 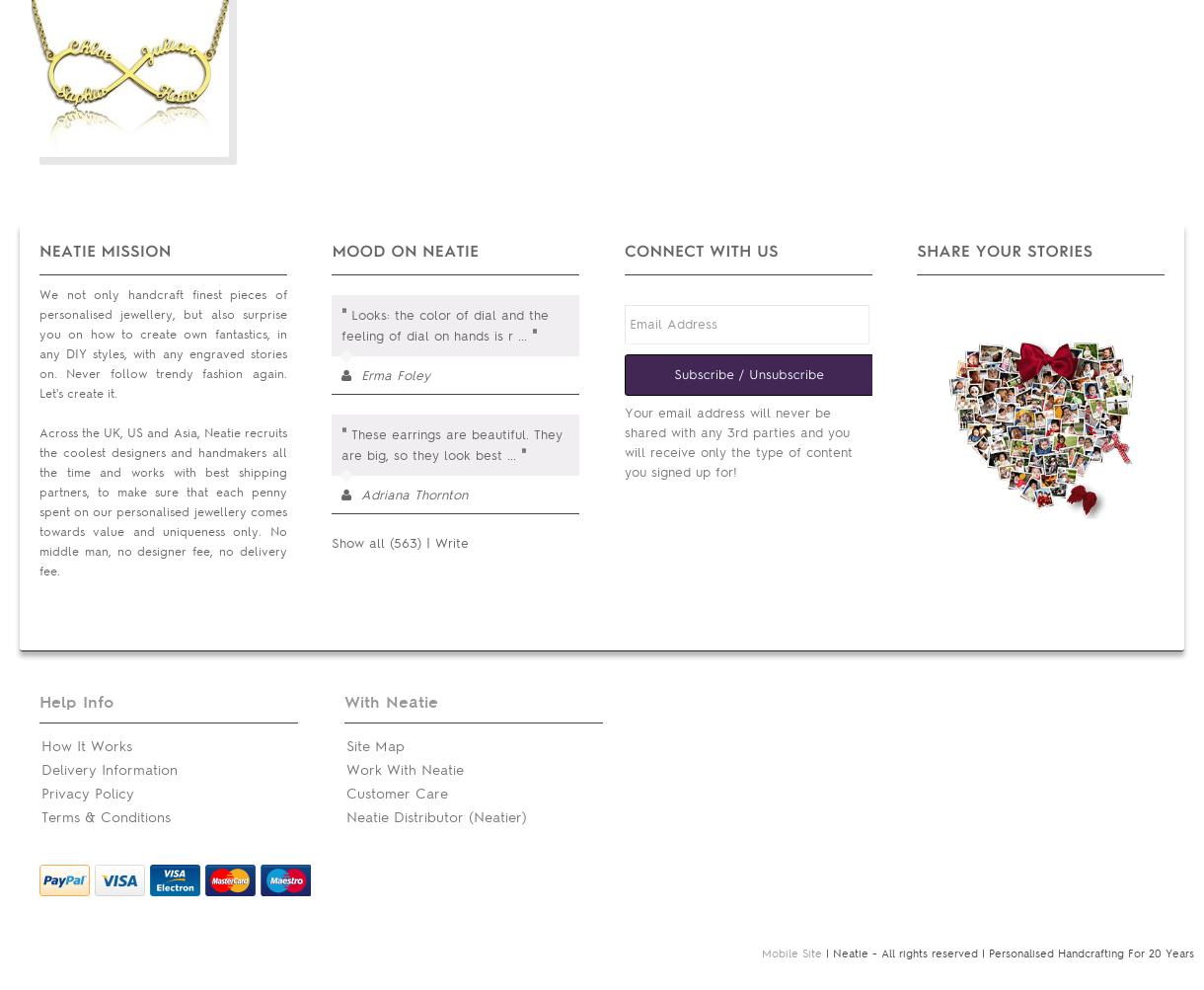 What do you see at coordinates (161, 343) in the screenshot?
I see `'We not only handcraft finest pieces of personalised jewellery, but also surprise you on how to create own fantastics, in any DIY styles, with any engraved stories on. Never follow trendy fashion again. Let's create it.'` at bounding box center [161, 343].